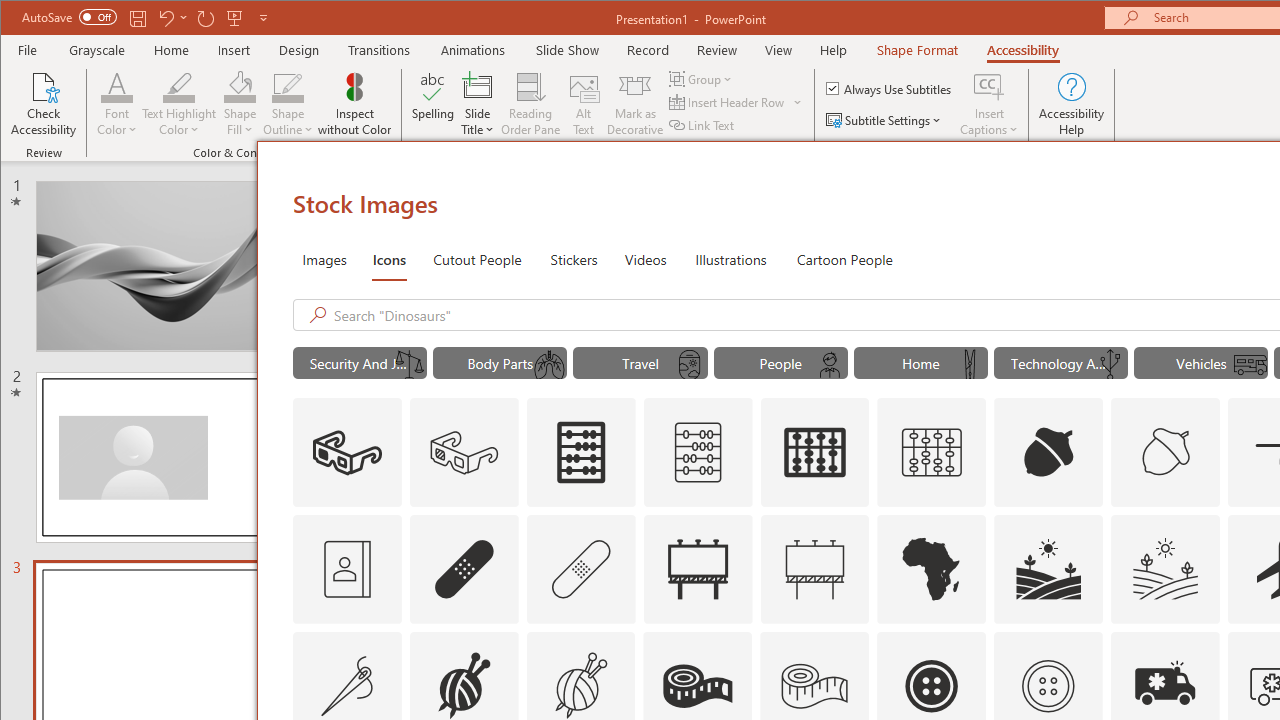 The height and width of the screenshot is (720, 1280). I want to click on '"Travel" Icons.', so click(640, 362).